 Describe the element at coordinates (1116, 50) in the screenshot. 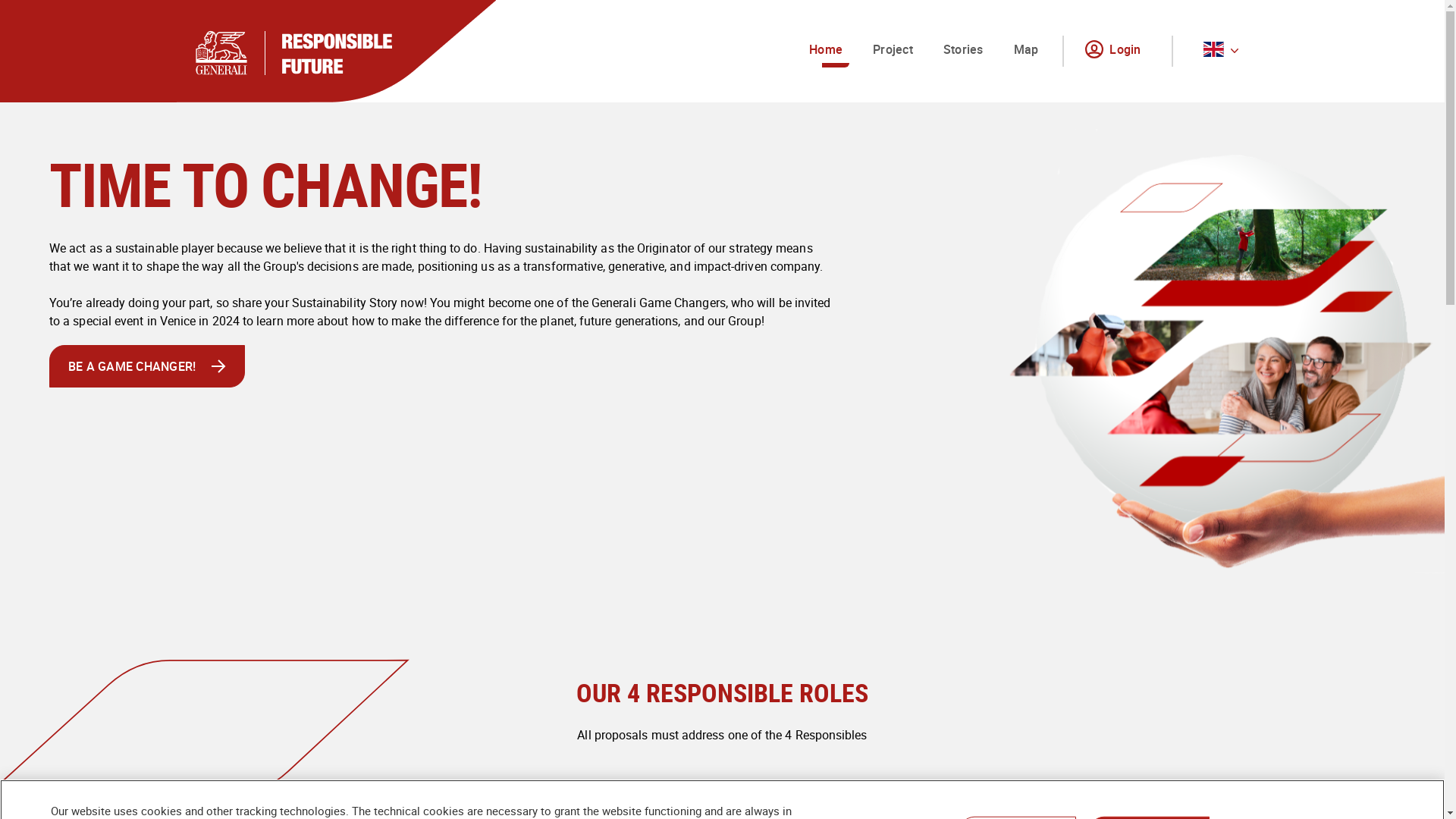

I see `'Login'` at that location.